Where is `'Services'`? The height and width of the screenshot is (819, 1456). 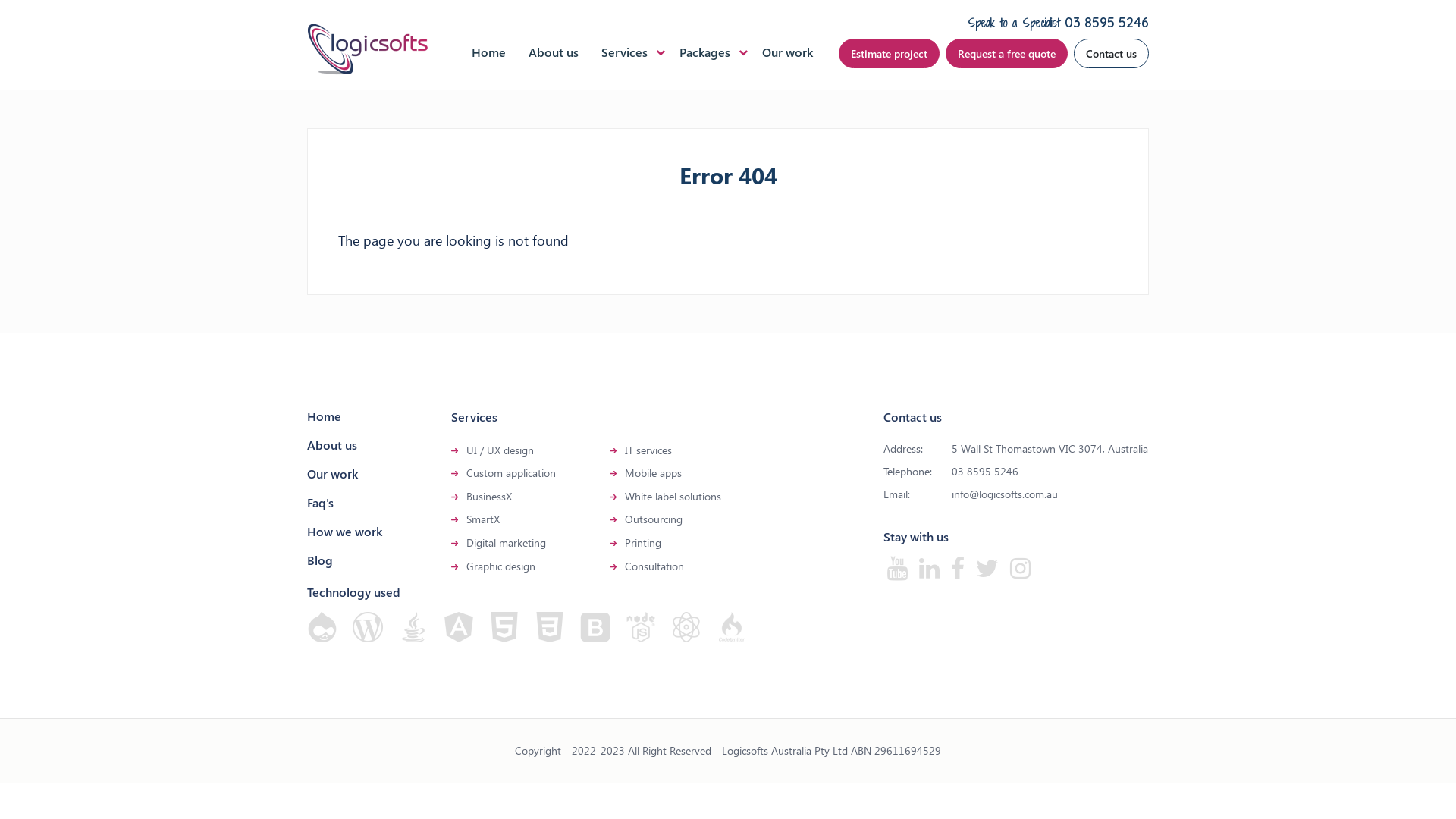
'Services' is located at coordinates (624, 51).